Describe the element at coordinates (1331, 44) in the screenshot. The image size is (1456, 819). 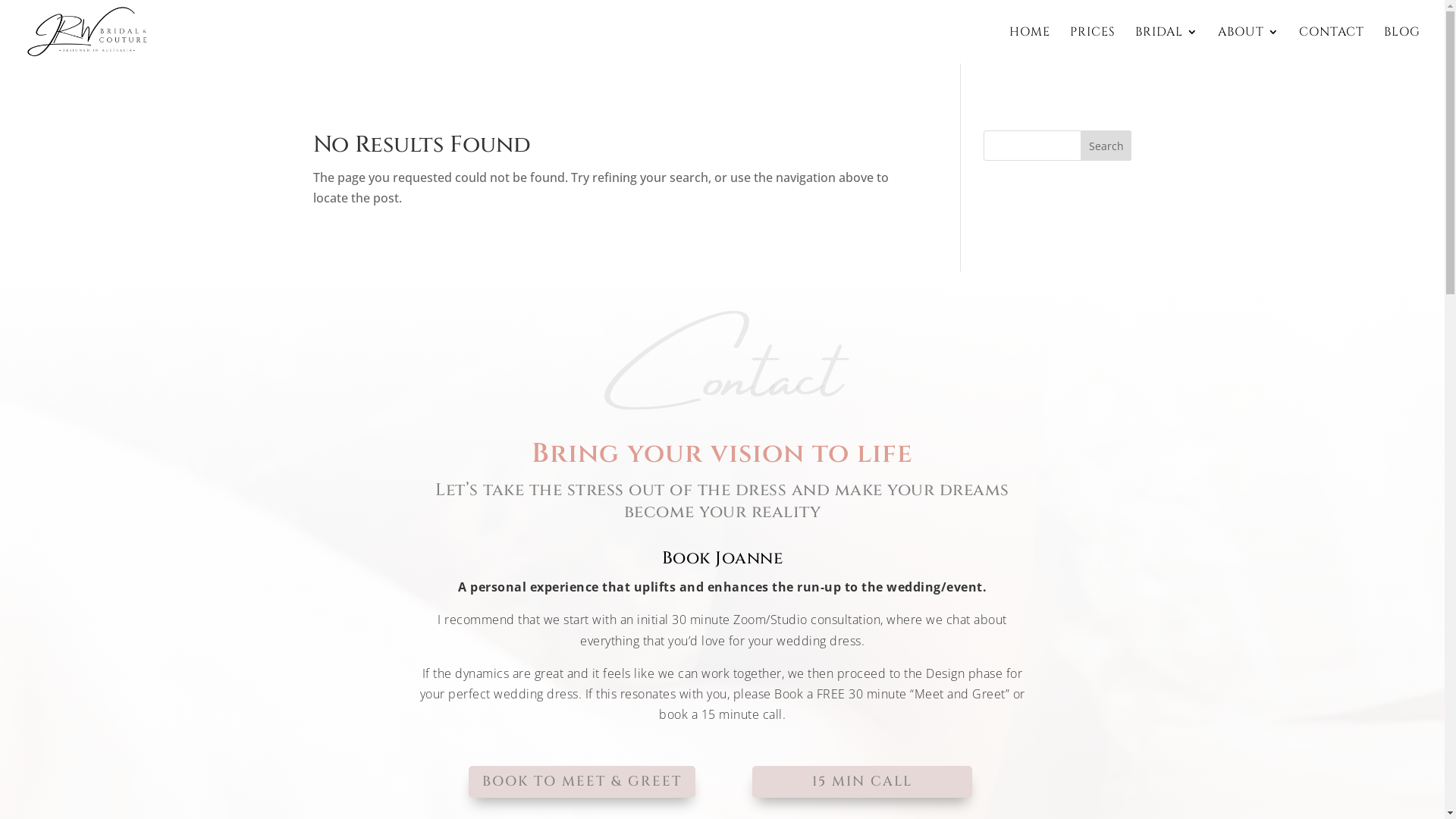
I see `'CONTACT'` at that location.